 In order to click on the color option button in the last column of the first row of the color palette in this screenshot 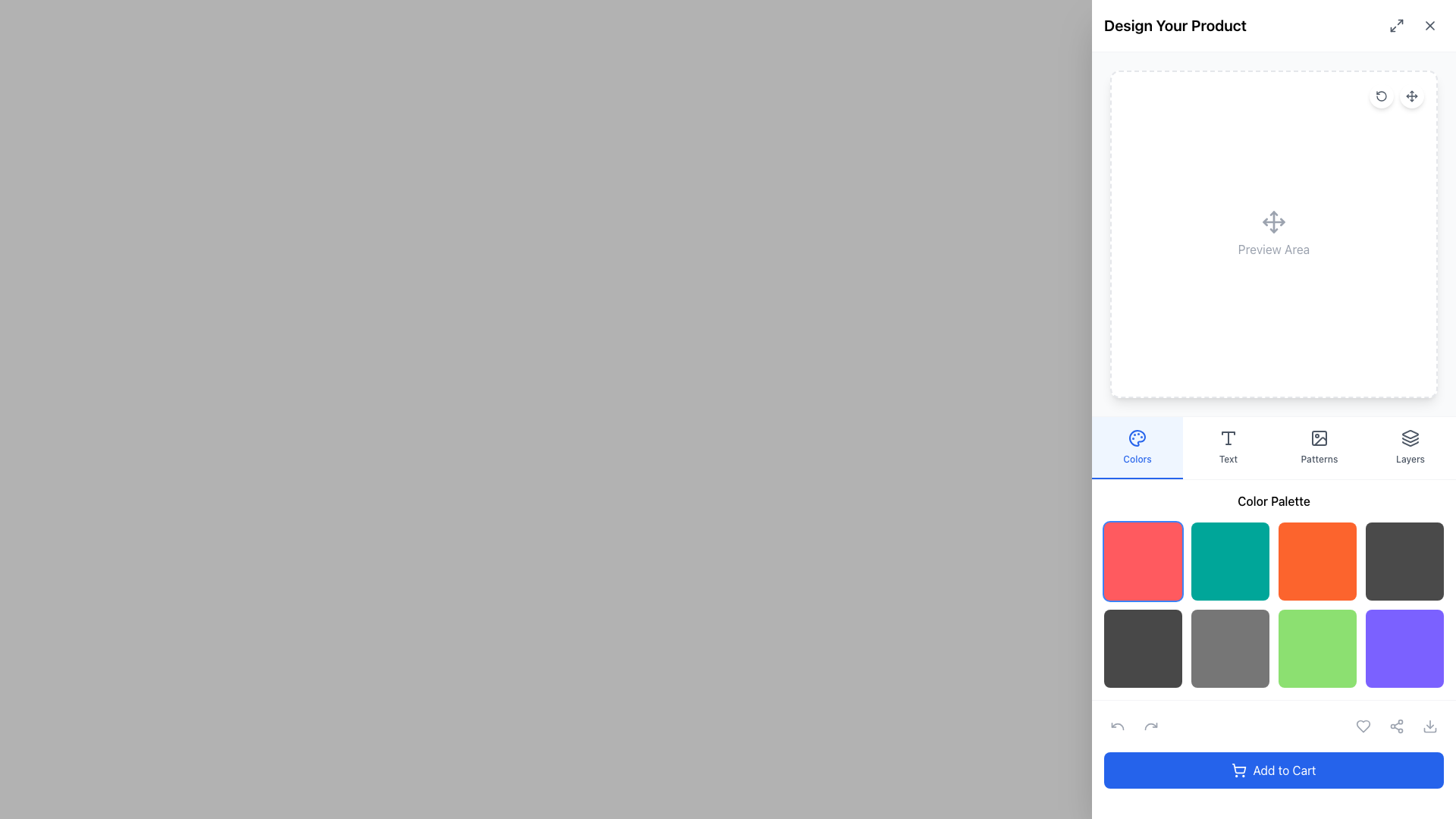, I will do `click(1404, 561)`.